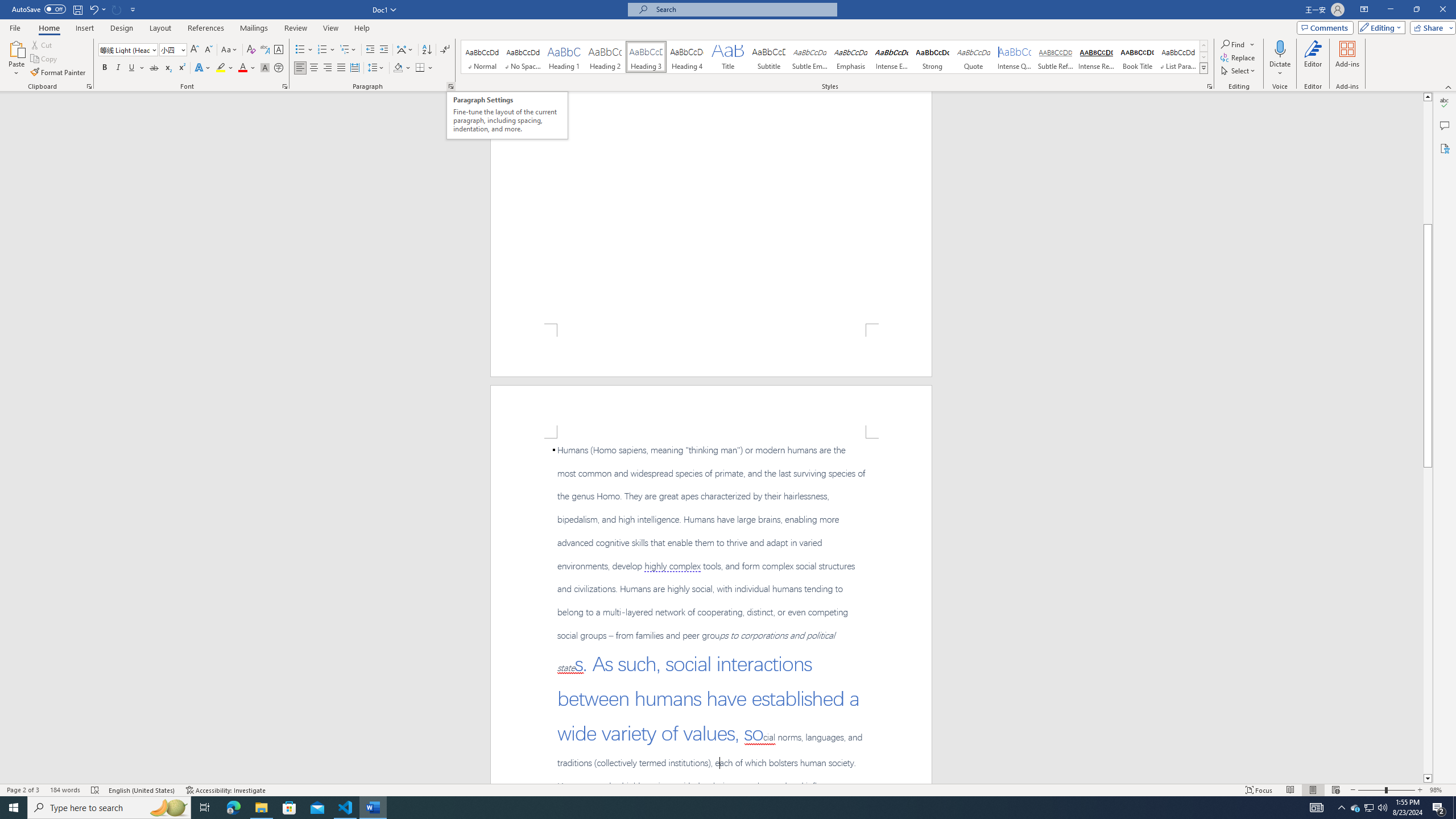 The height and width of the screenshot is (819, 1456). I want to click on 'Line and Paragraph Spacing', so click(377, 67).